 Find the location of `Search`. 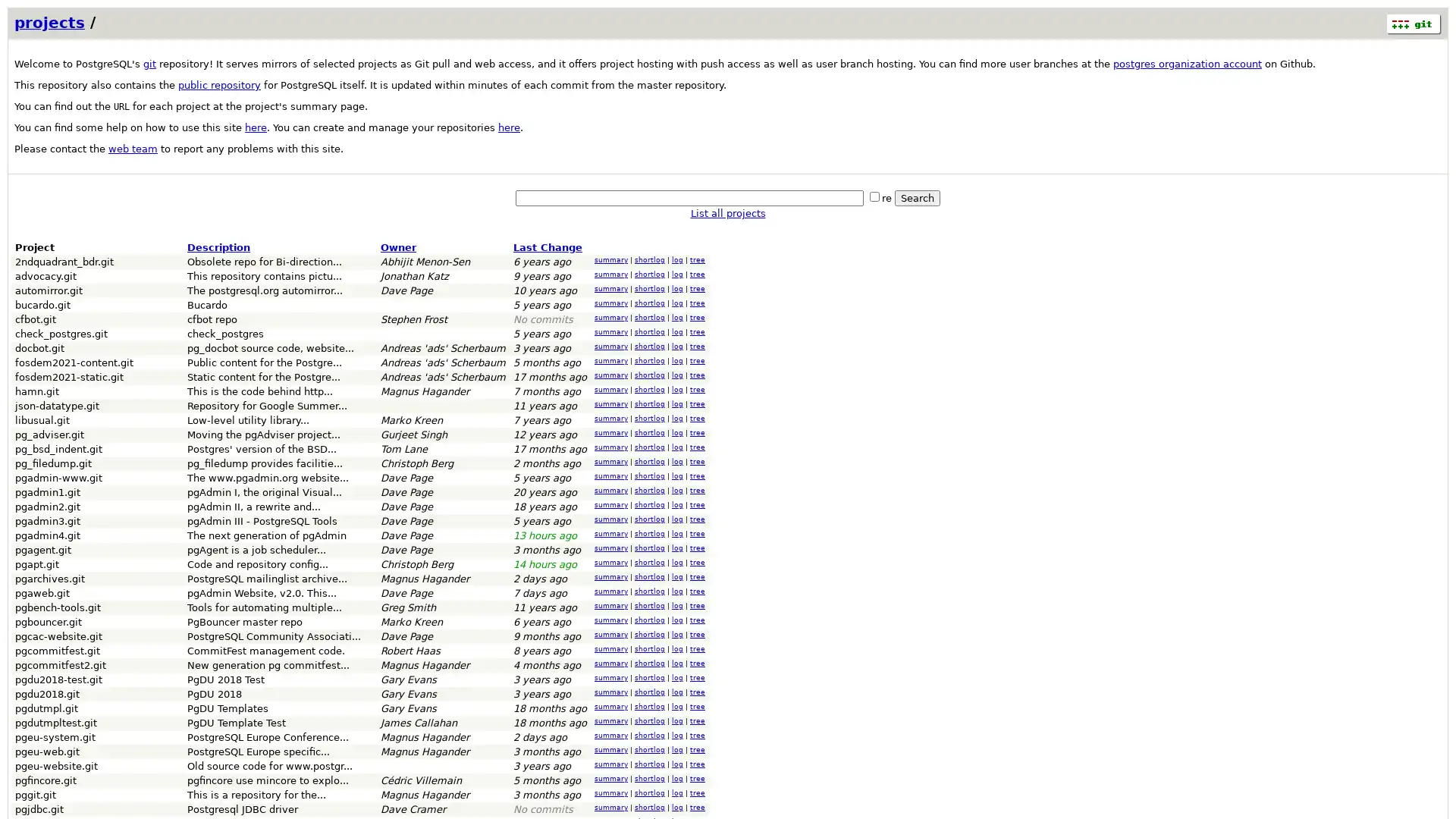

Search is located at coordinates (916, 197).